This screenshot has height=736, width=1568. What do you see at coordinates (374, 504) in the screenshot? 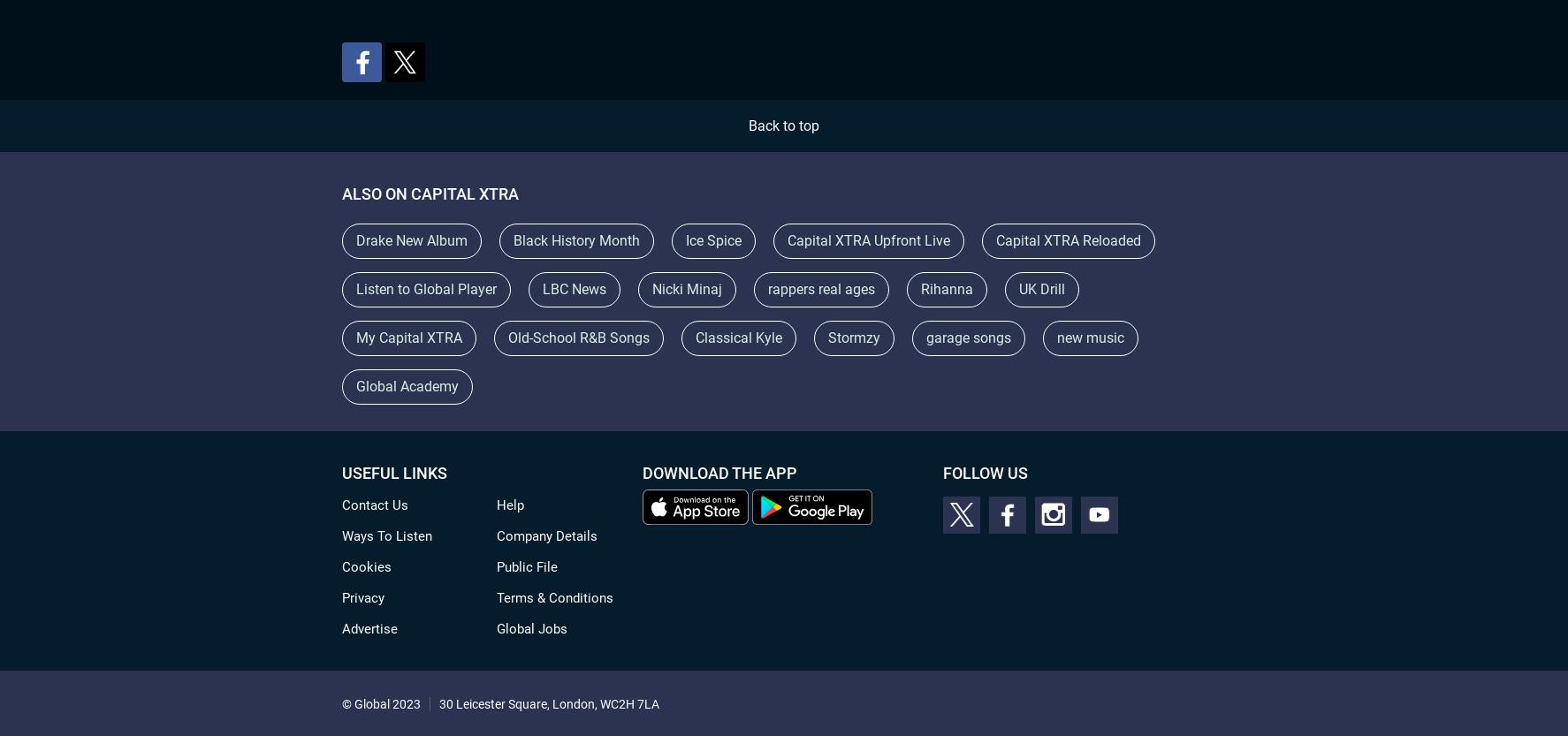
I see `'Contact Us'` at bounding box center [374, 504].